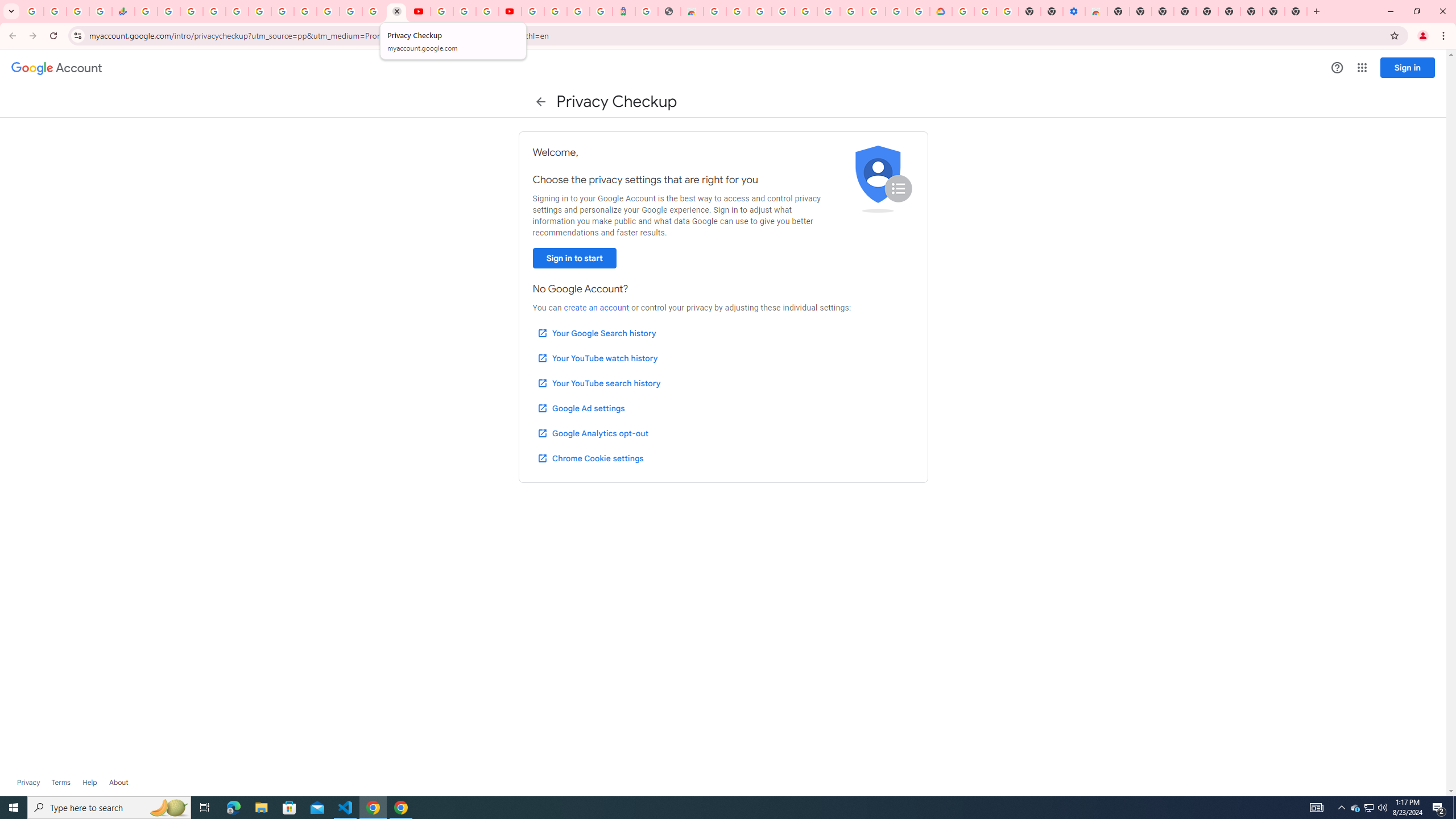  I want to click on 'Sign in - Google Accounts', so click(373, 11).